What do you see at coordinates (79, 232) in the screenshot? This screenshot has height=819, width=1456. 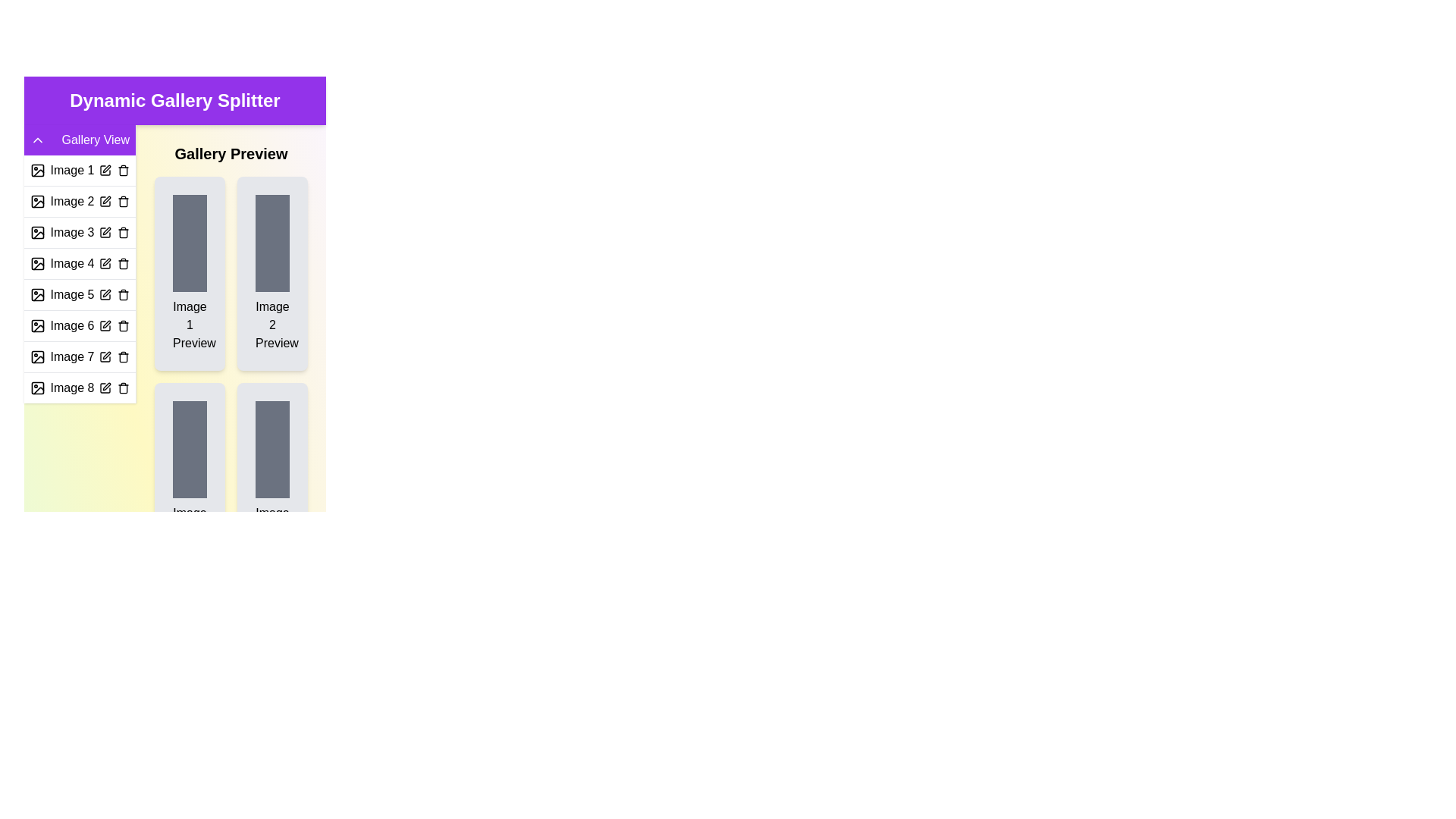 I see `the third item labeled 'Image 3' in the left-side 'Gallery View' menu, which allows users` at bounding box center [79, 232].